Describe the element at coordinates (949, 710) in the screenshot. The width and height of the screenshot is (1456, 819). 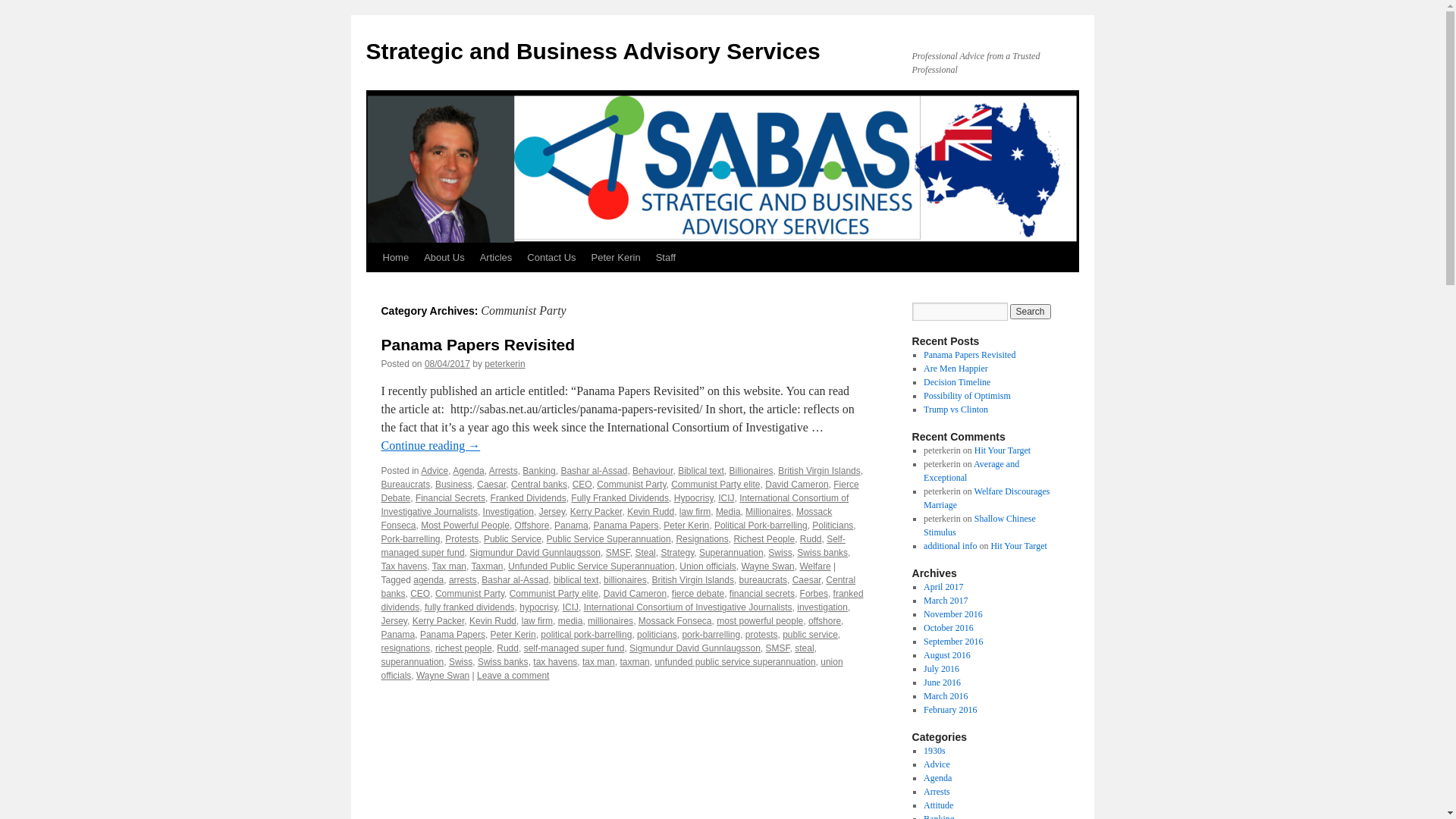
I see `'February 2016'` at that location.